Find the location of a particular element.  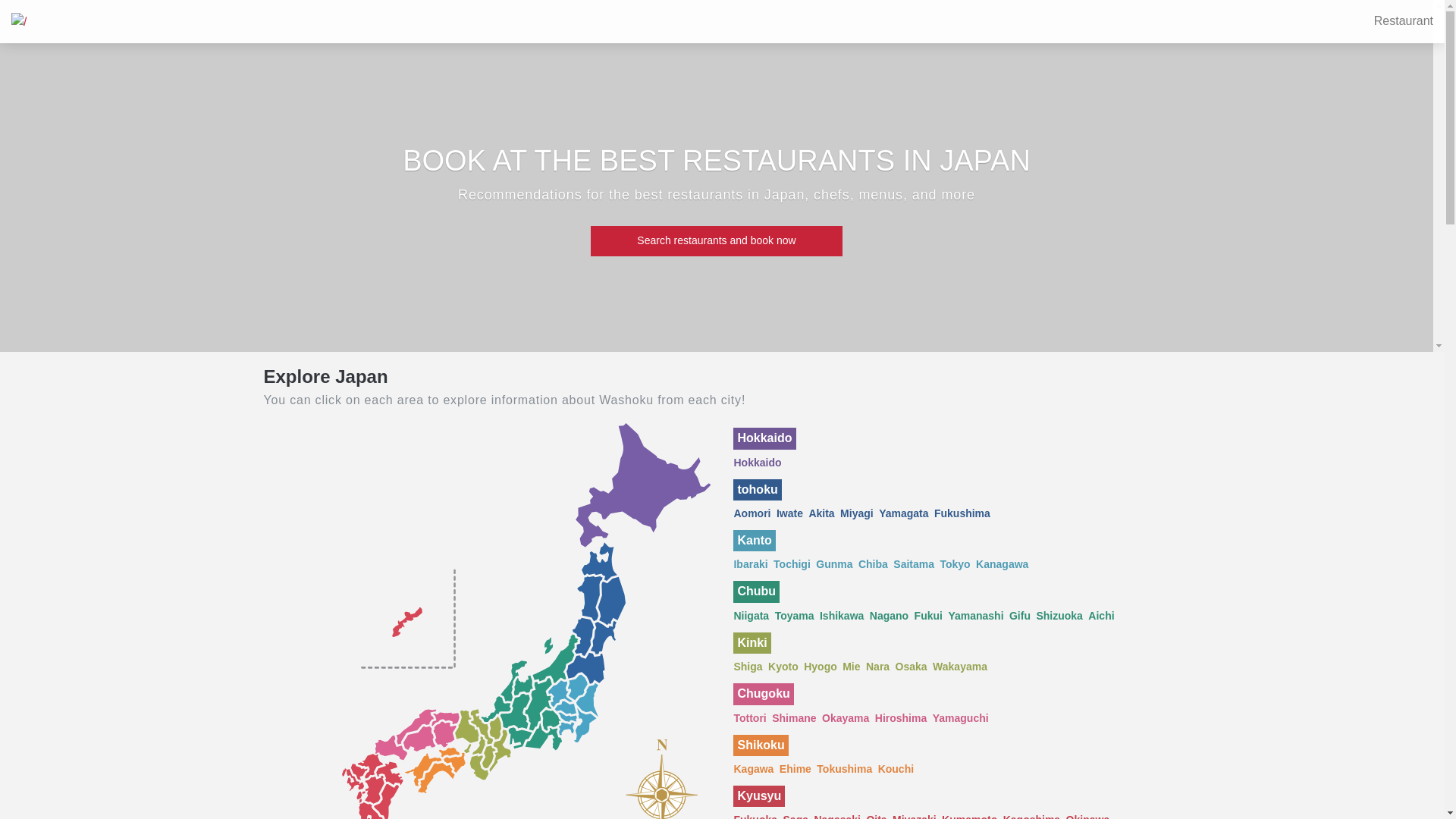

'Wakayama' is located at coordinates (959, 666).